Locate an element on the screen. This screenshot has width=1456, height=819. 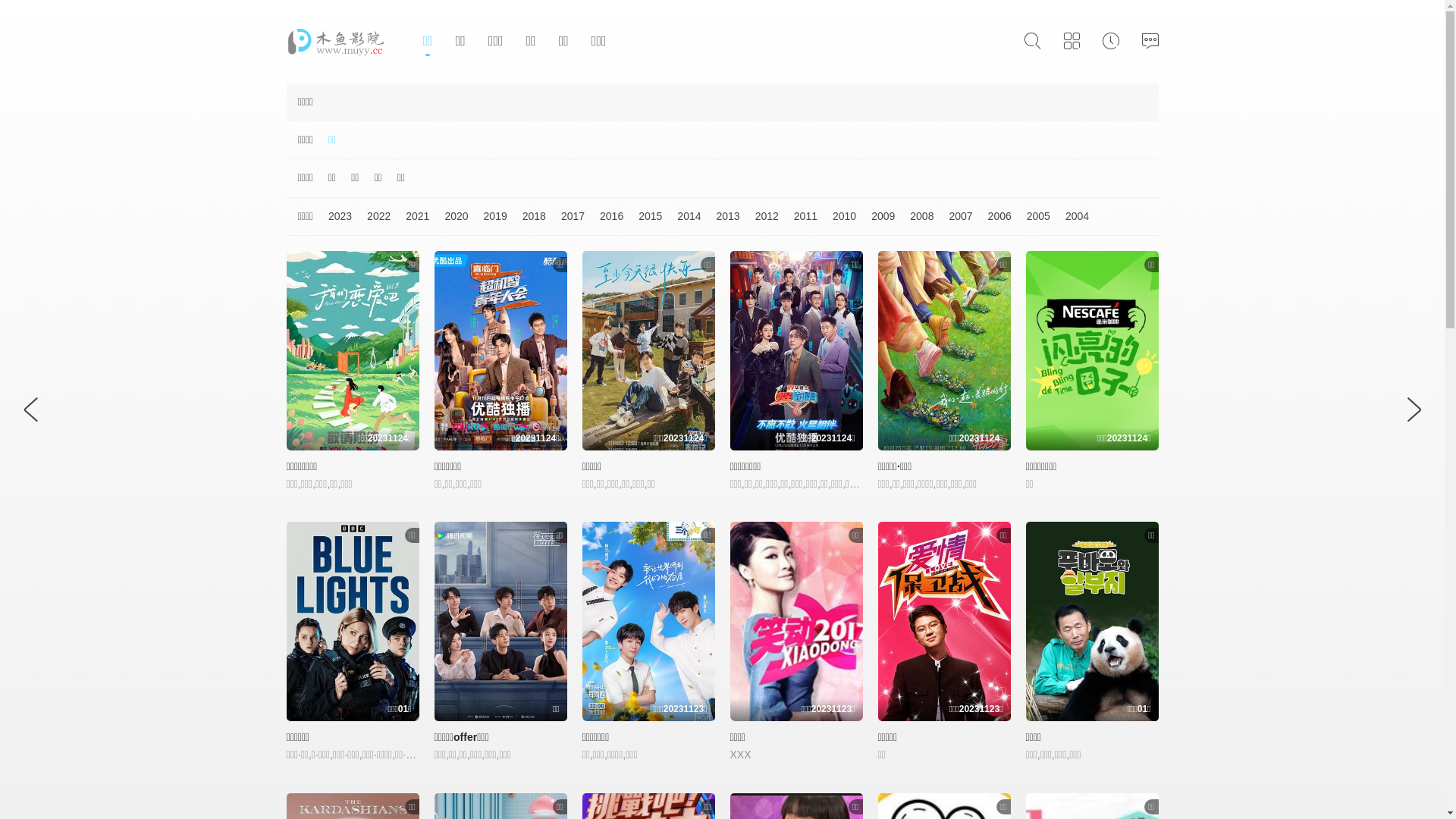
'2018' is located at coordinates (526, 216).